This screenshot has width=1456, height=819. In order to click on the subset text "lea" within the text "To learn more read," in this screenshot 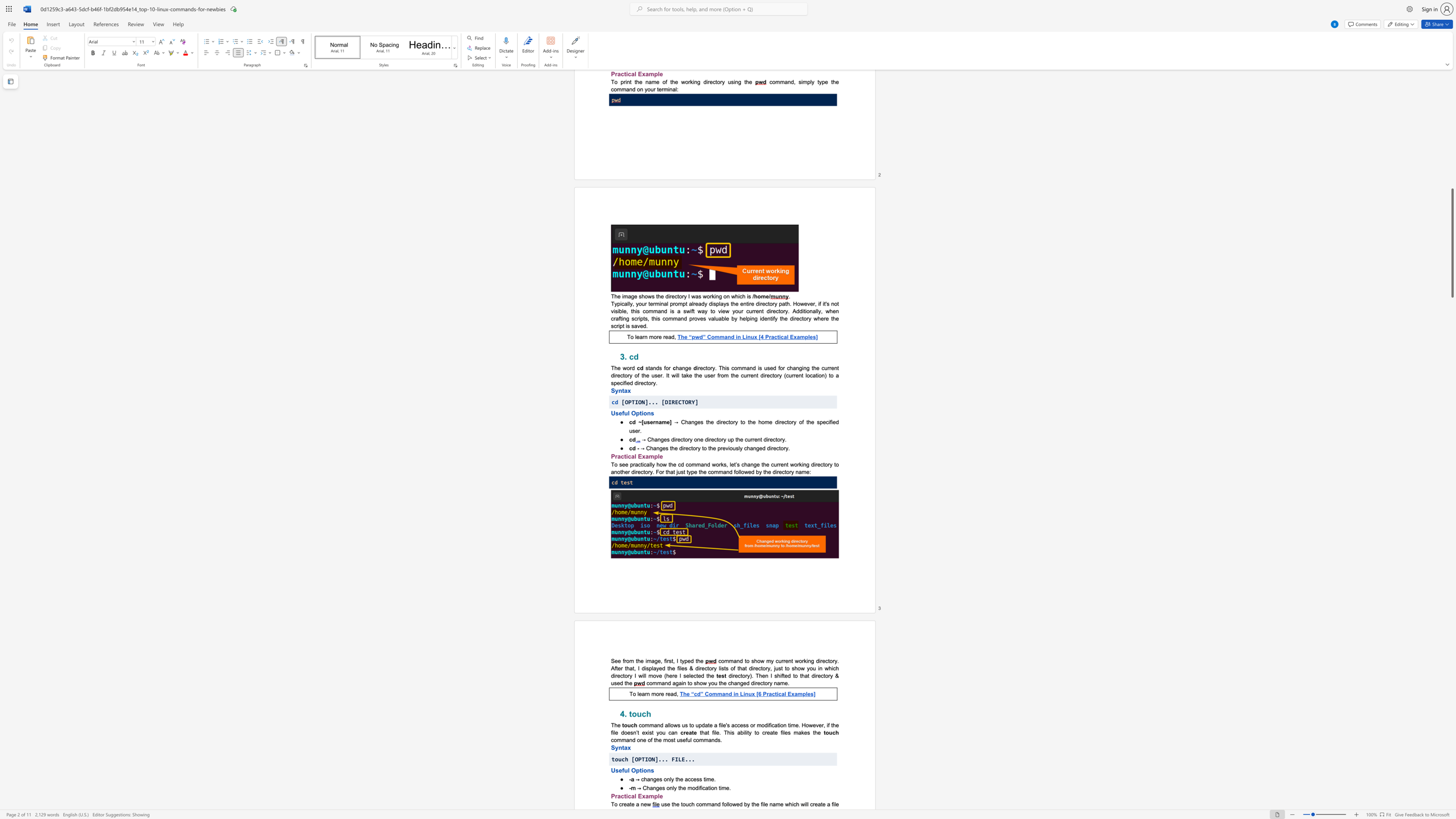, I will do `click(637, 694)`.